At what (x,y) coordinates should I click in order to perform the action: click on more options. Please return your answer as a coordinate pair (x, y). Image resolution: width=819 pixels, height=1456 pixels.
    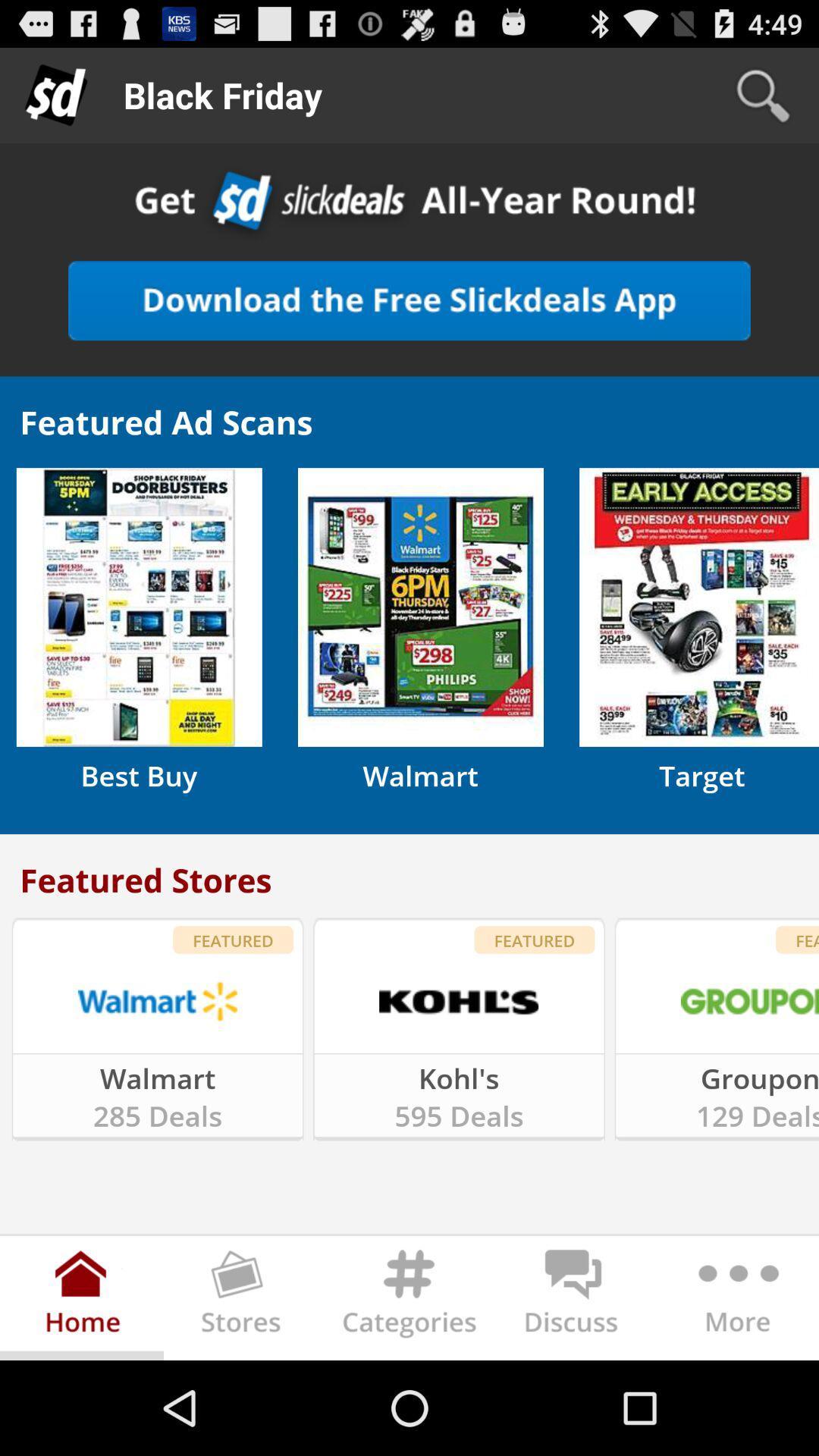
    Looking at the image, I should click on (736, 1300).